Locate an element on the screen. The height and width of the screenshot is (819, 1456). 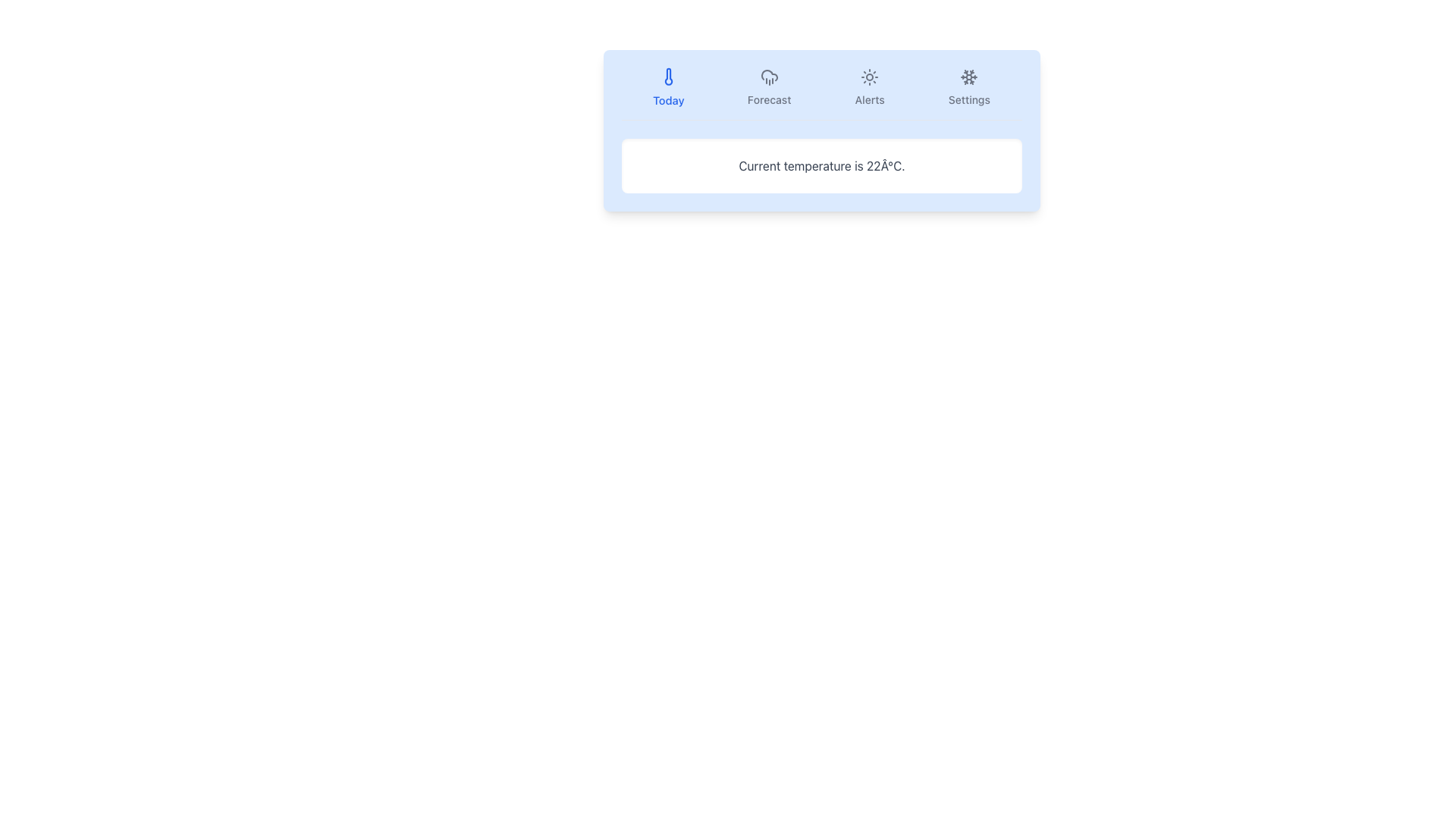
the 'Alerts' icon, which is the third icon from the left in the weather-related icons row at the top of the panel is located at coordinates (870, 77).